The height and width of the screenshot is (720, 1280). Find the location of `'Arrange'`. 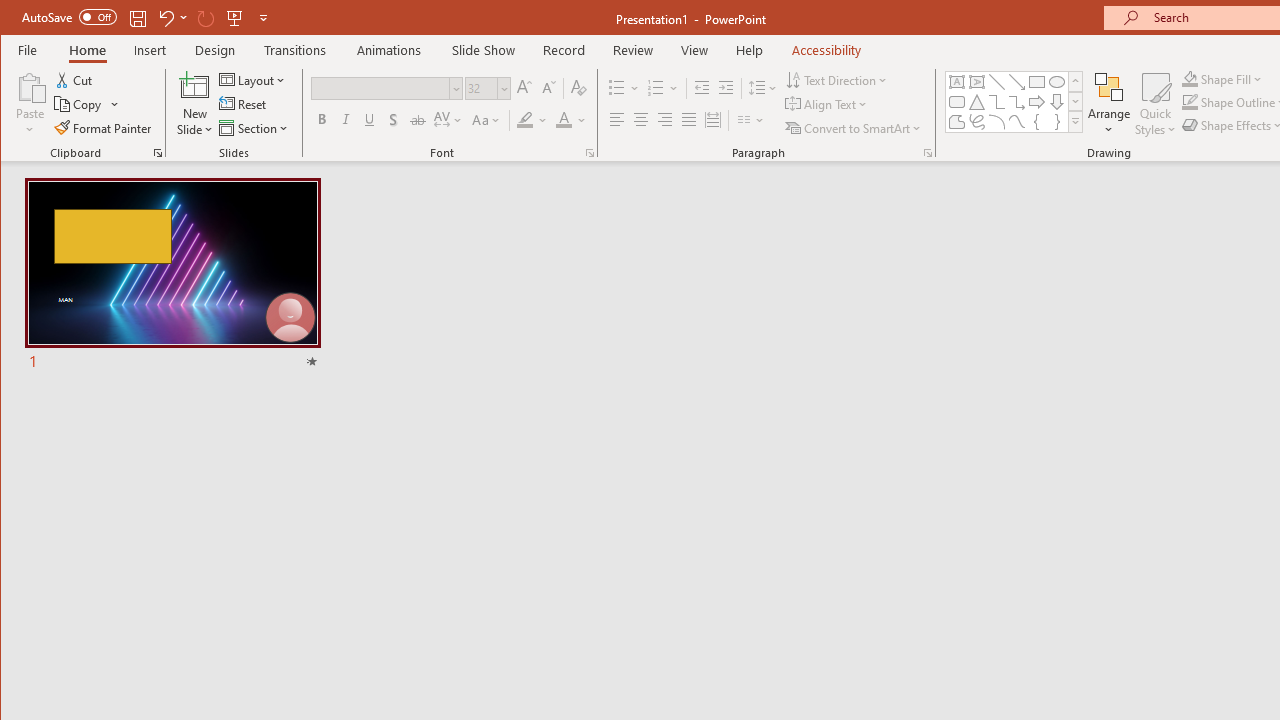

'Arrange' is located at coordinates (1108, 104).